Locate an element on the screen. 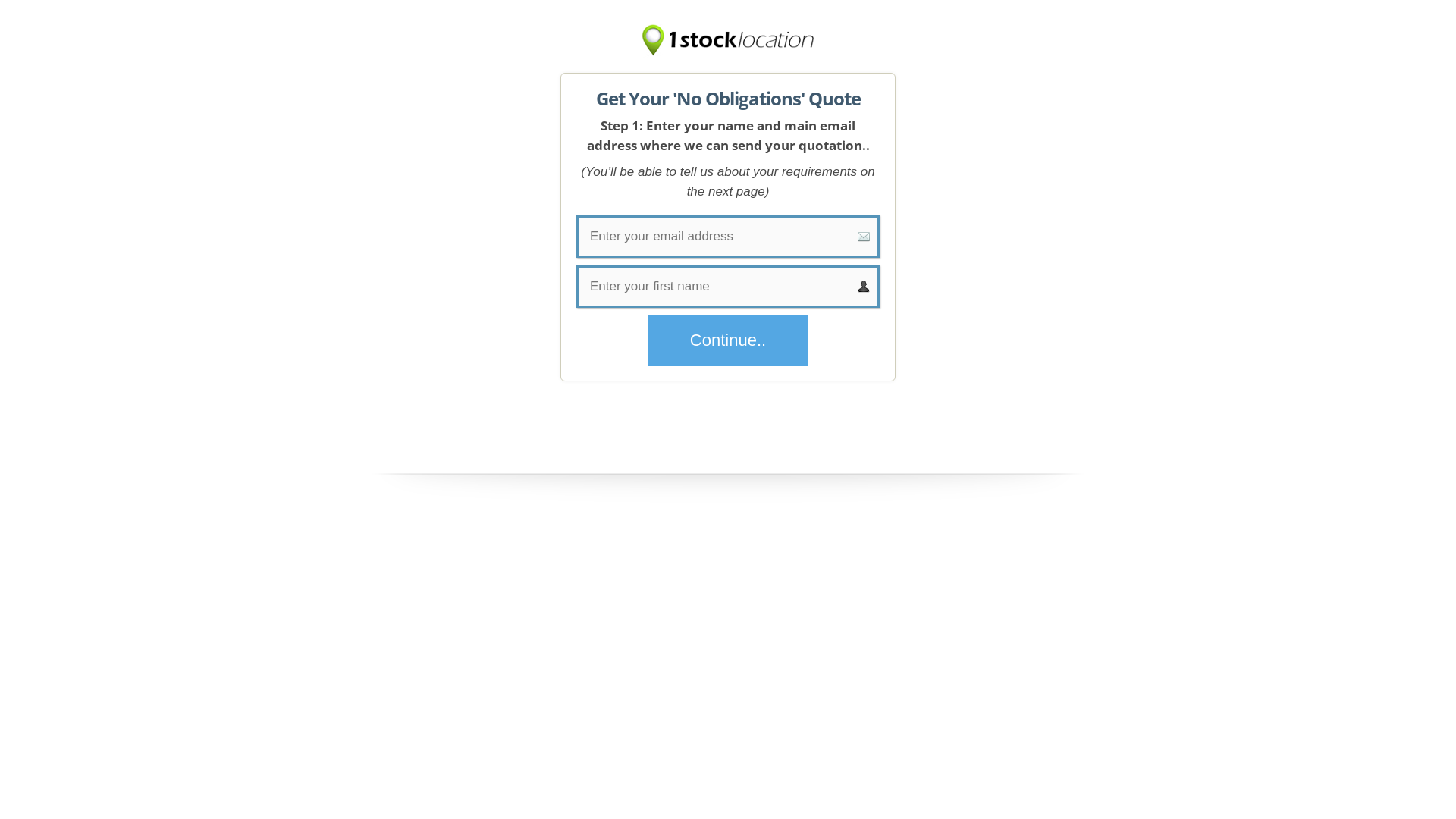 Image resolution: width=1456 pixels, height=819 pixels. 'Continue..' is located at coordinates (728, 339).